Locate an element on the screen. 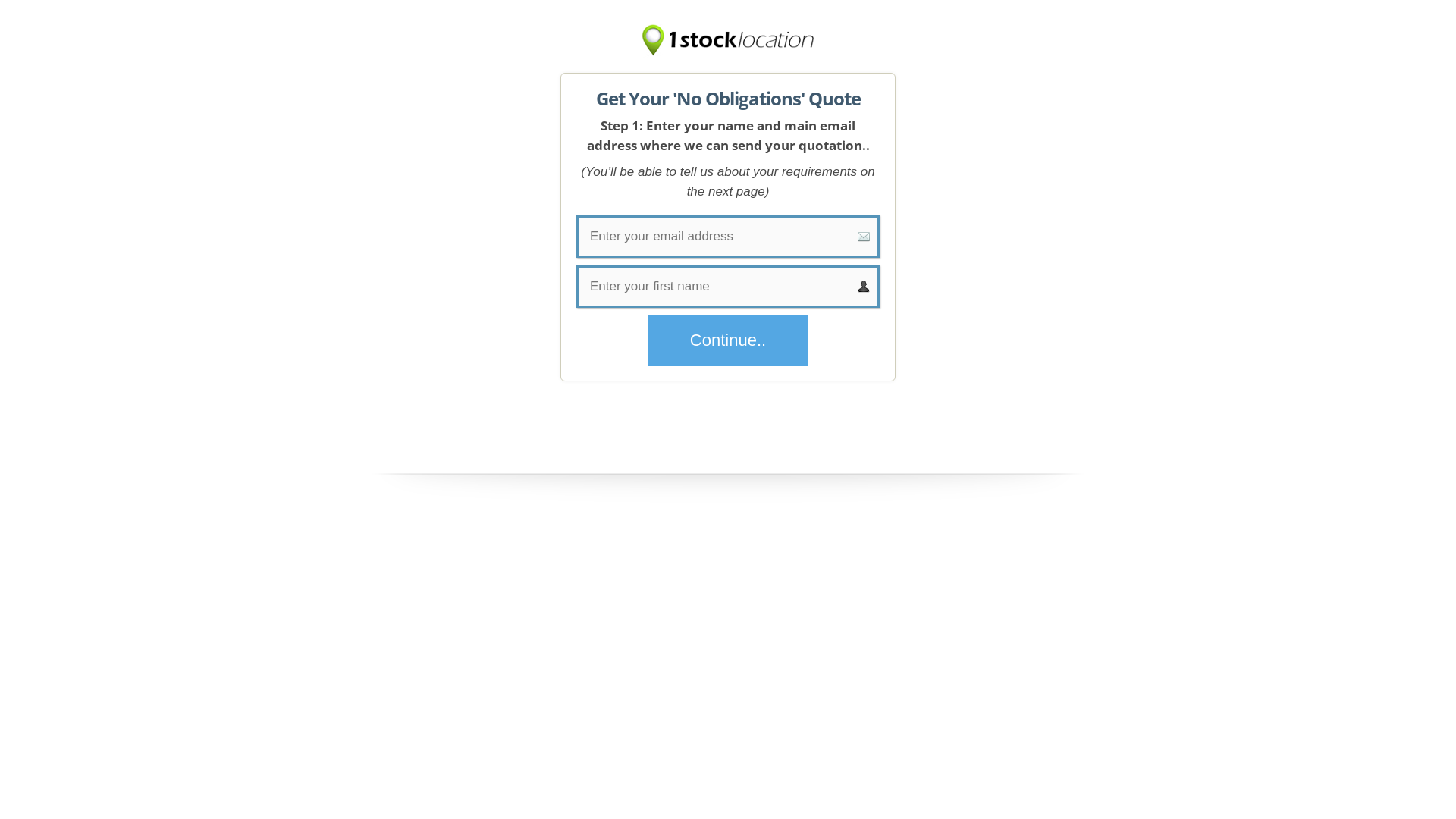 Image resolution: width=1456 pixels, height=819 pixels. 'Continue..' is located at coordinates (728, 339).